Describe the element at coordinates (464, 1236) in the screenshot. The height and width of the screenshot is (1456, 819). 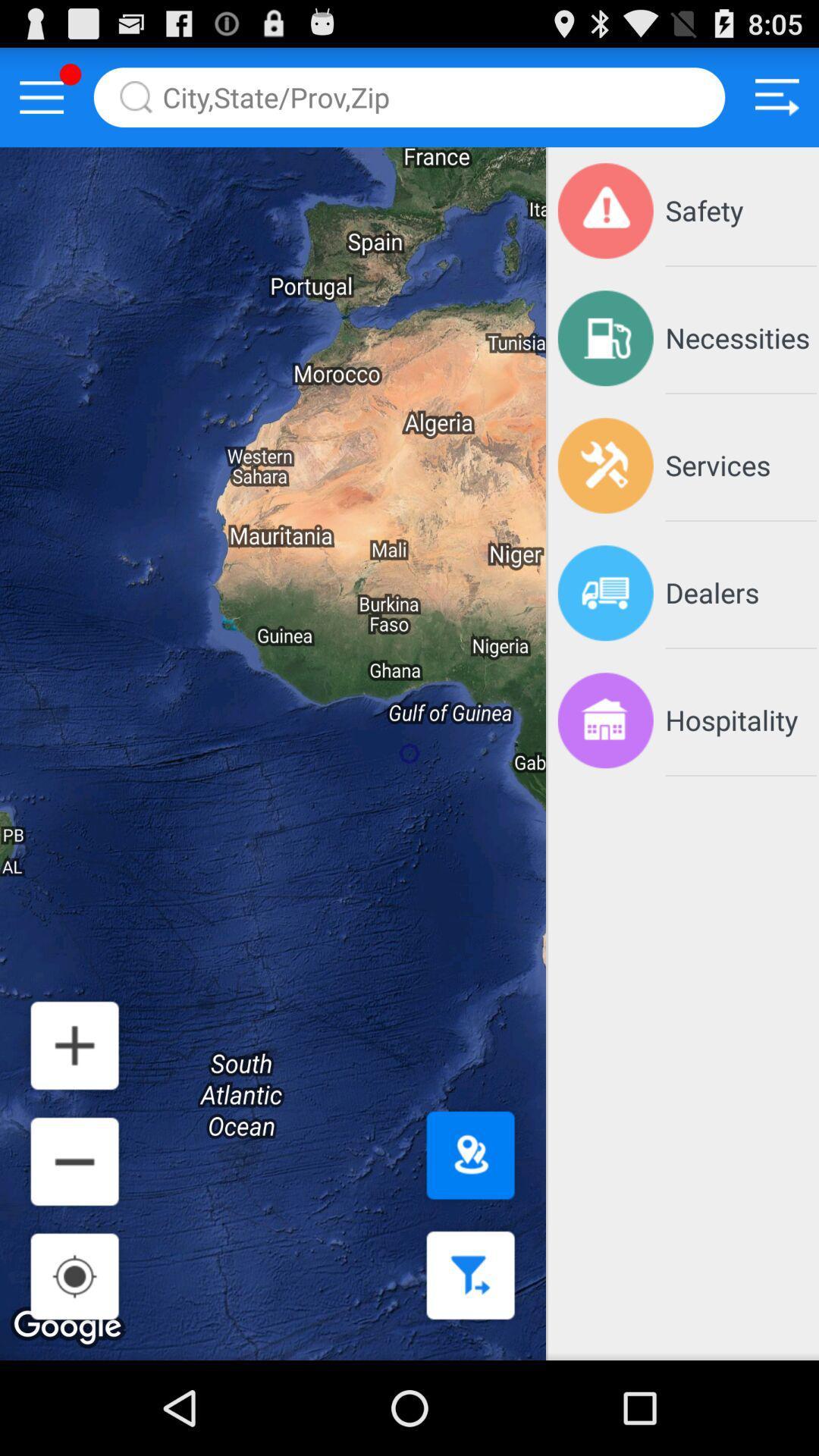
I see `the location icon` at that location.